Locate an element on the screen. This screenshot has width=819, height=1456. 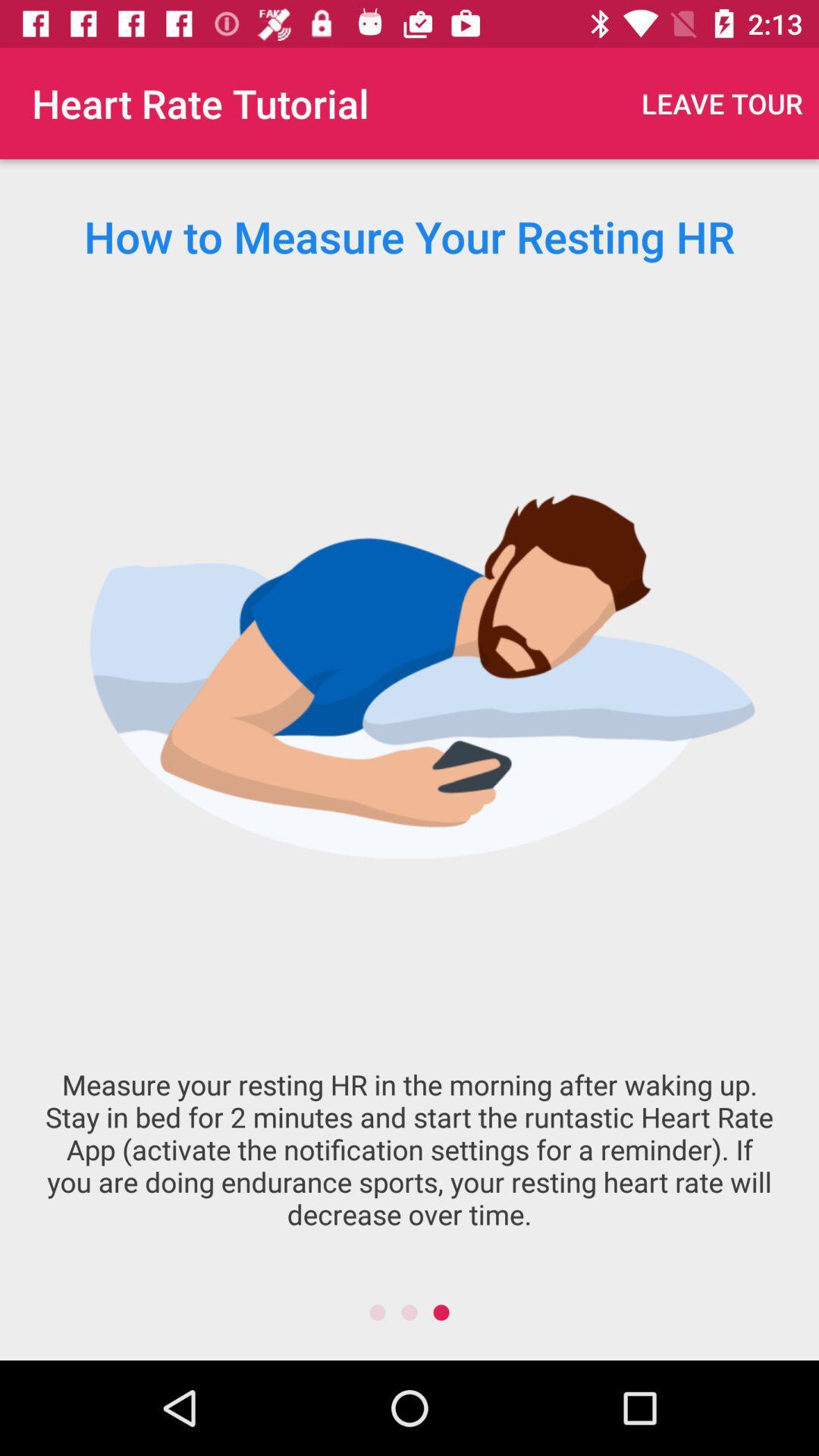
the item to the right of the heart rate tutorial item is located at coordinates (721, 102).